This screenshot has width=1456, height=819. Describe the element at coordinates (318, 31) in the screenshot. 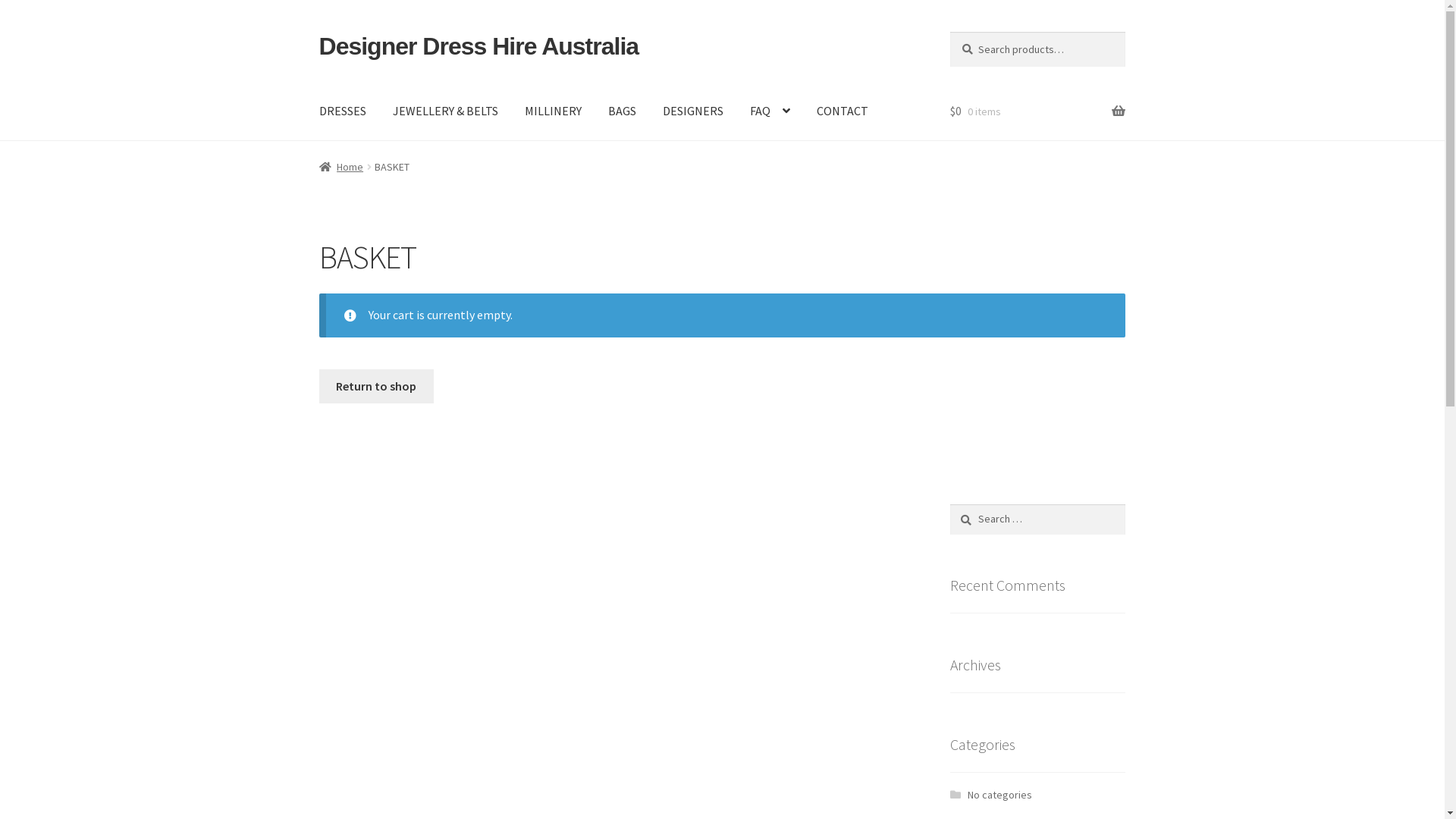

I see `'Skip to navigation'` at that location.